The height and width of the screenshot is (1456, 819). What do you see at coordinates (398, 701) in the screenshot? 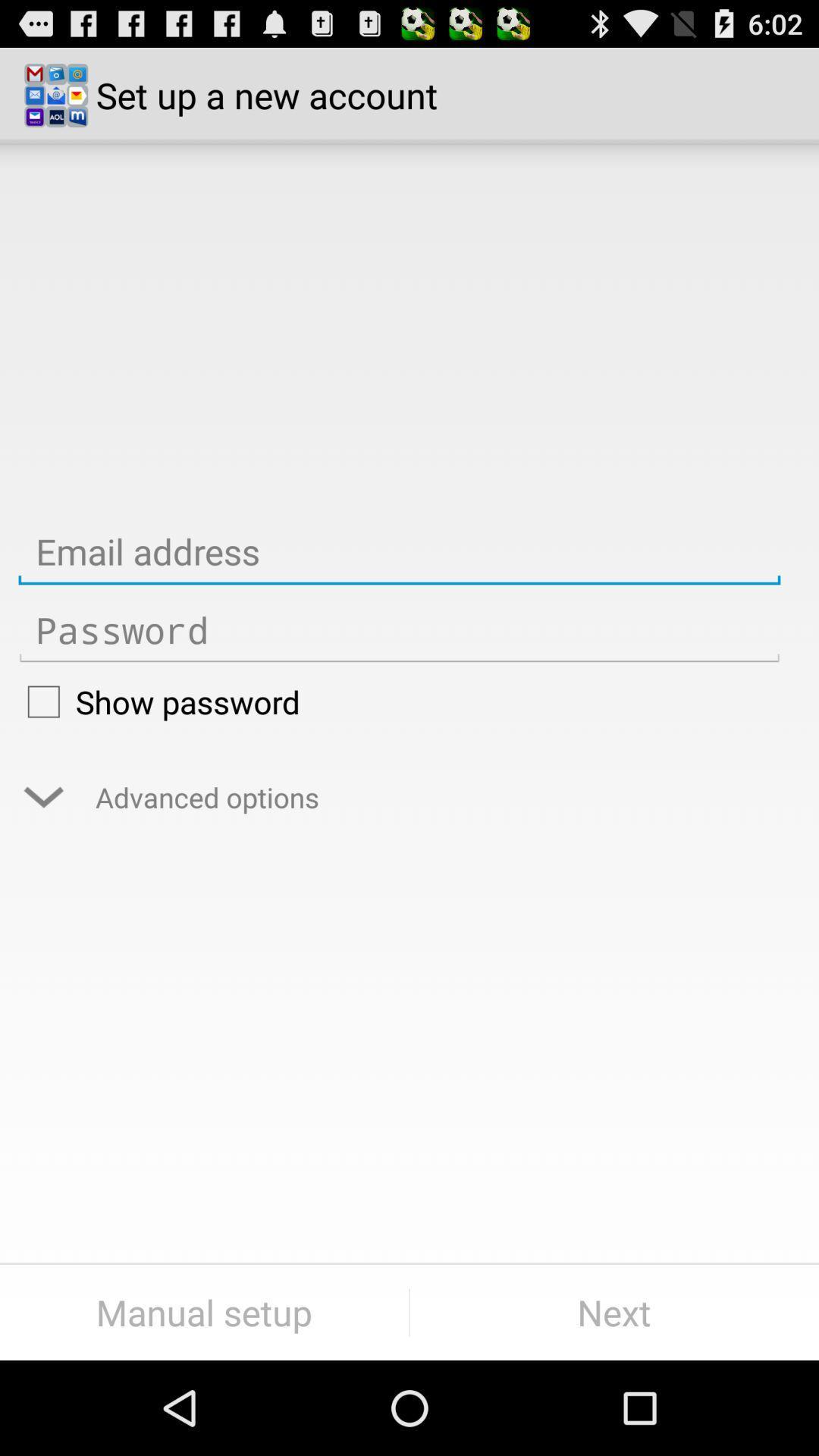
I see `the show password icon` at bounding box center [398, 701].